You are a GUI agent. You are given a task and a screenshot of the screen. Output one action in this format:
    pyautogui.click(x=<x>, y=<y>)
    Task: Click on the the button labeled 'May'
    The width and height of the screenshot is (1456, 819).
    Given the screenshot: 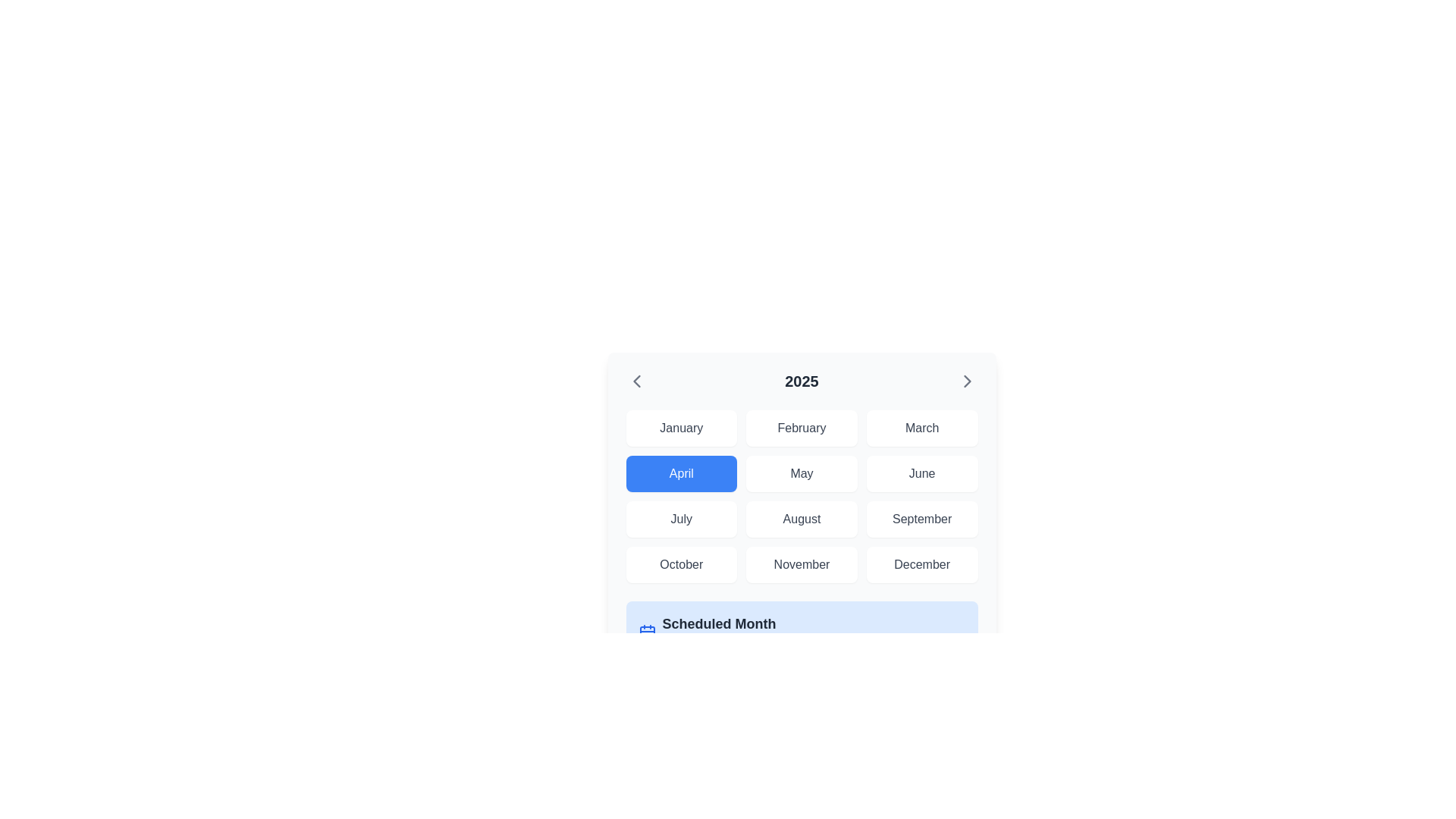 What is the action you would take?
    pyautogui.click(x=801, y=472)
    